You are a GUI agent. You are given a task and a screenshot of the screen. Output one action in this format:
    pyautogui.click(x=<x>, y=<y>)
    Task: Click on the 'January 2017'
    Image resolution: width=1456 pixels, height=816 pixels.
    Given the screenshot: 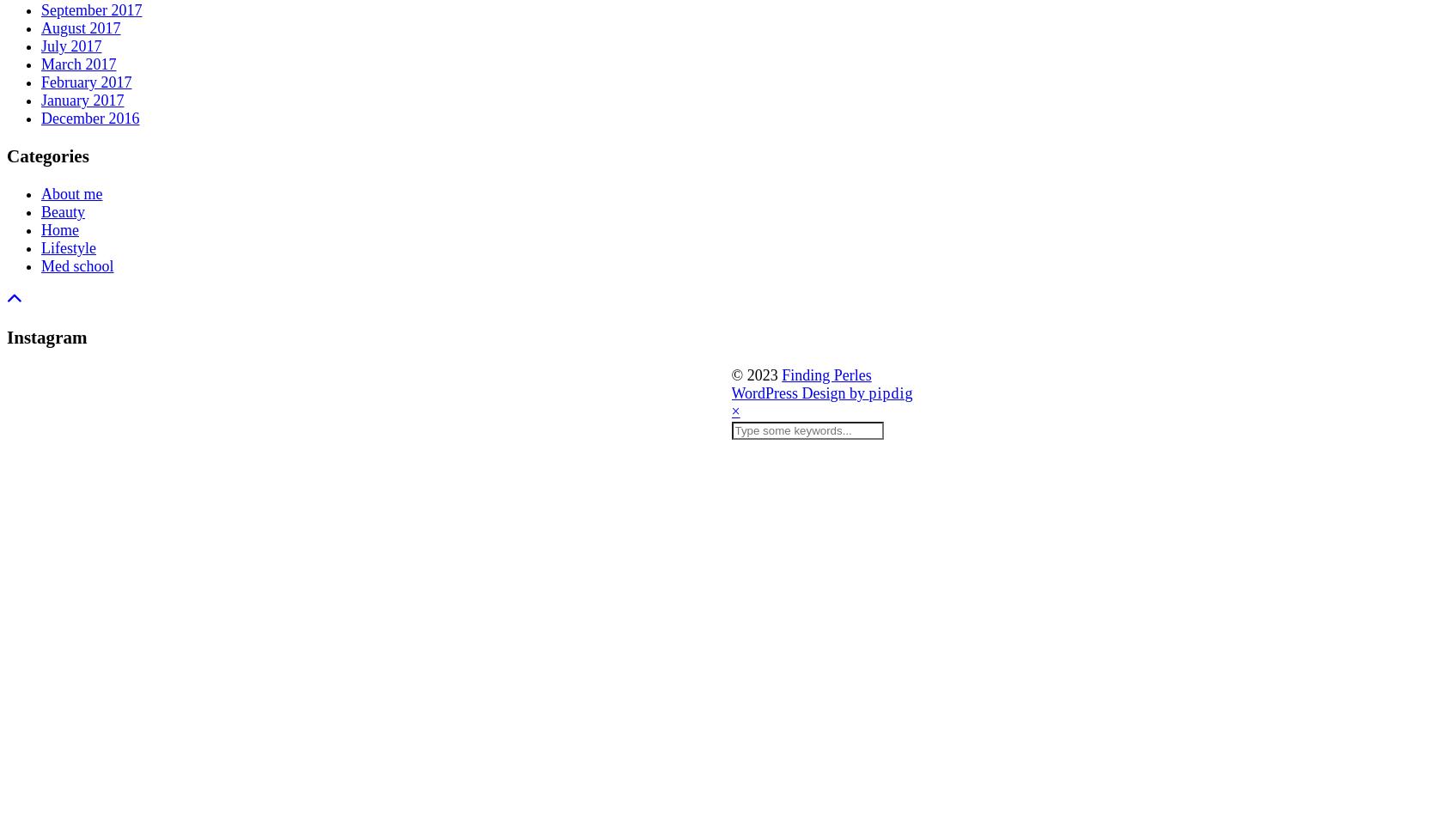 What is the action you would take?
    pyautogui.click(x=81, y=99)
    